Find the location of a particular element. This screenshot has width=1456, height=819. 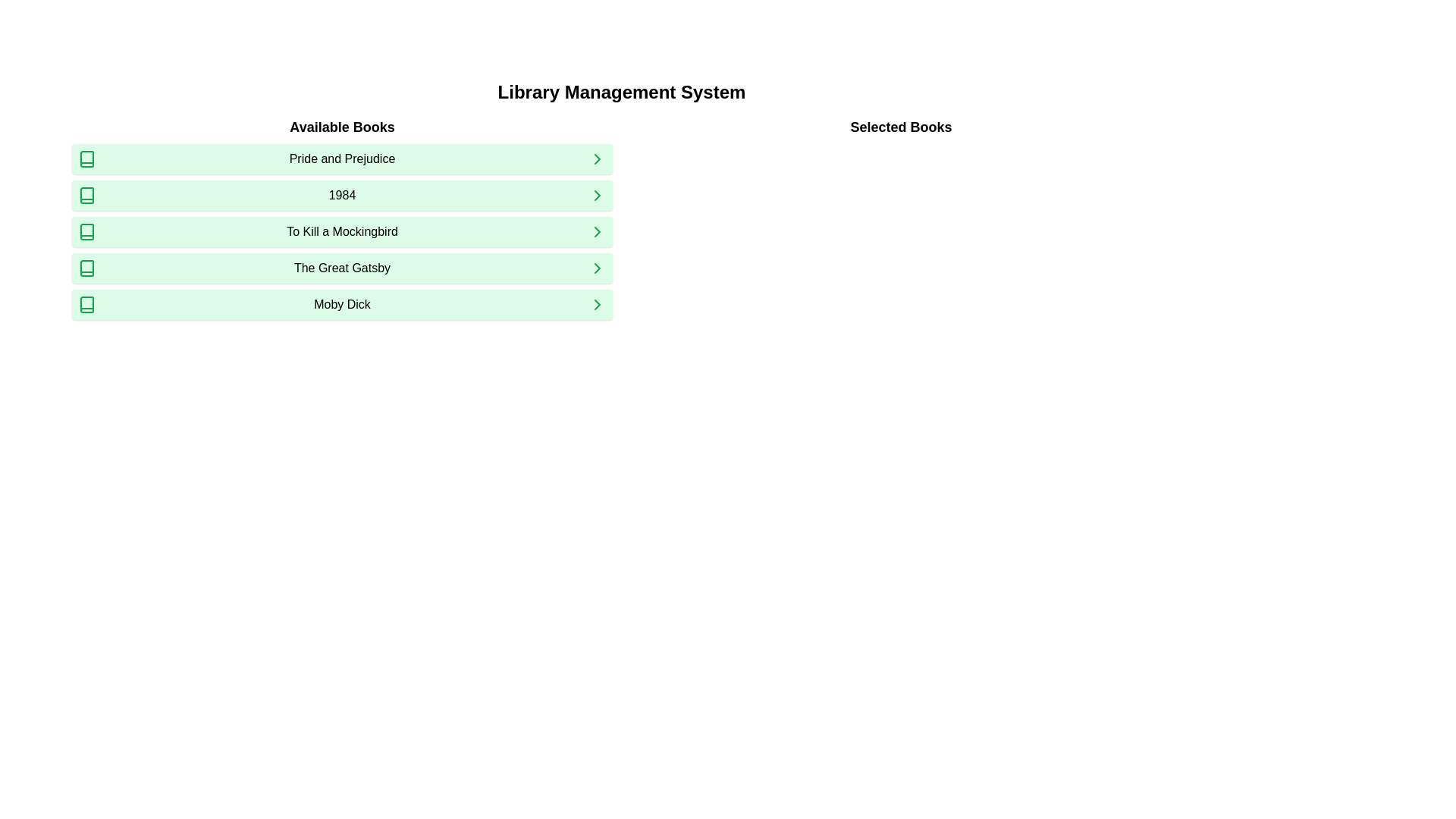

the green outlined arrow icon button located at the far-right end of the 'Pride and Prejudice' row in the 'Available Books' section is located at coordinates (596, 158).